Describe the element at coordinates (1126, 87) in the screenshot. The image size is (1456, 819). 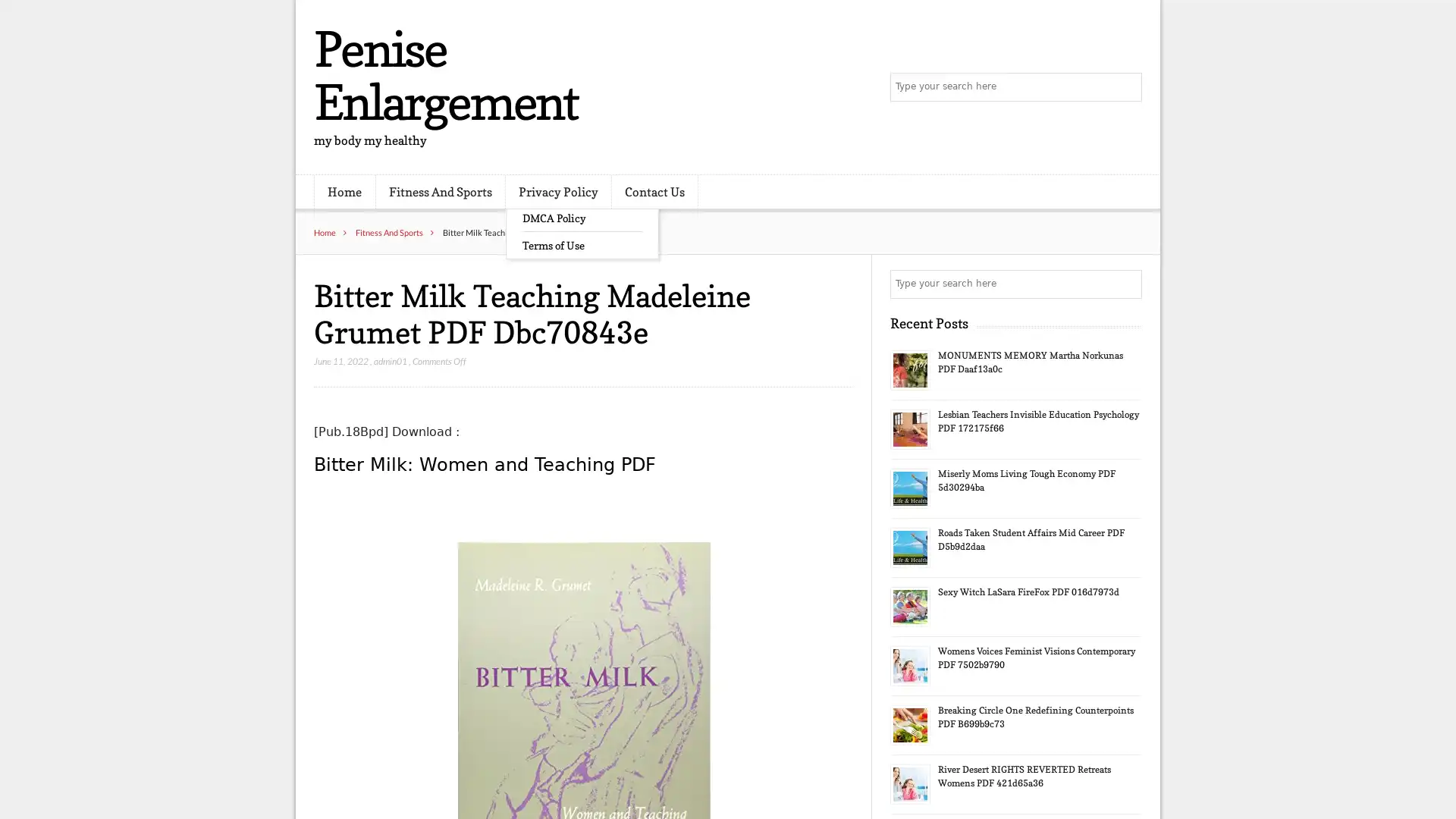
I see `Search` at that location.